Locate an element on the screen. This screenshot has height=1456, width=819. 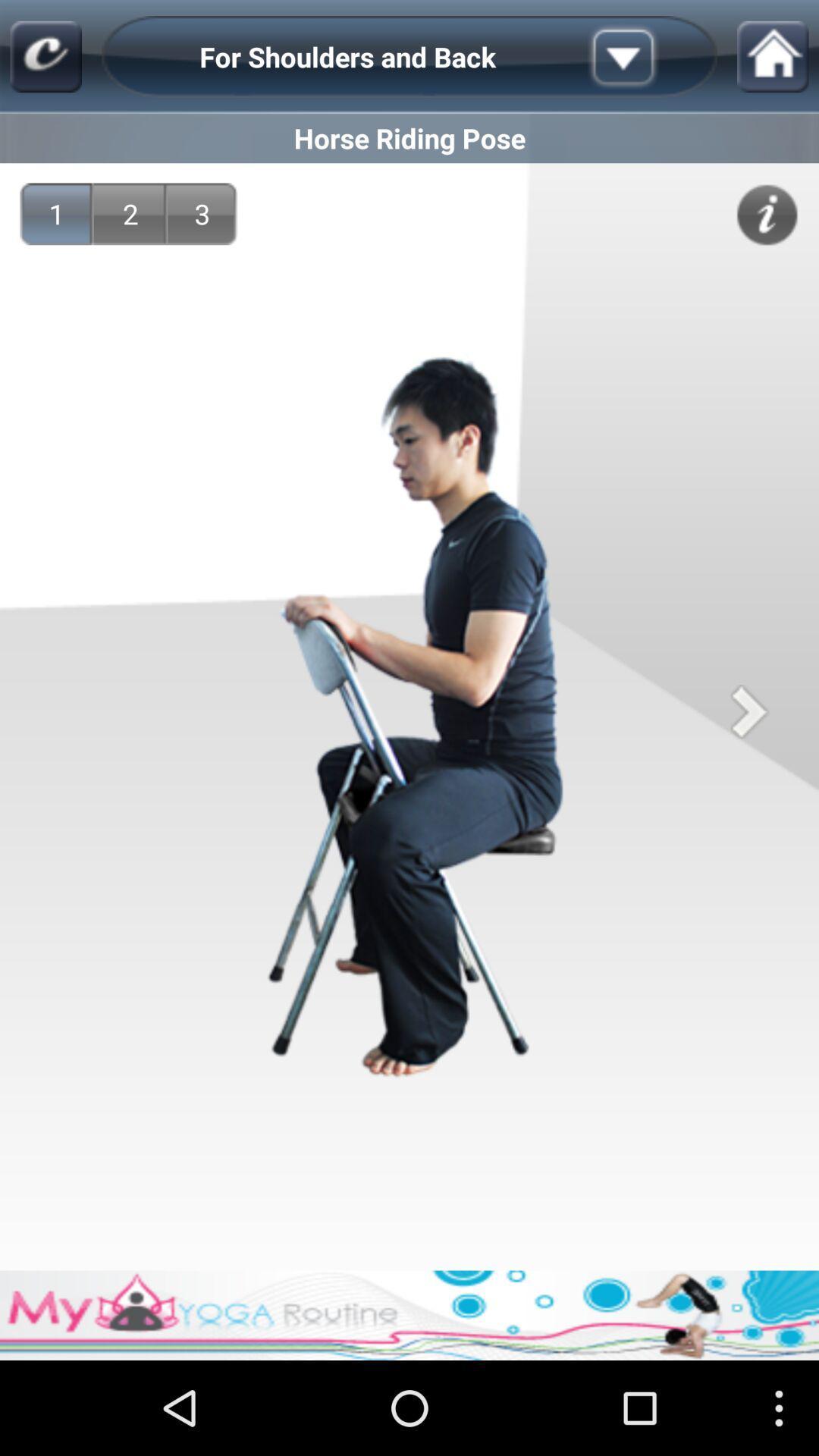
go home is located at coordinates (773, 57).